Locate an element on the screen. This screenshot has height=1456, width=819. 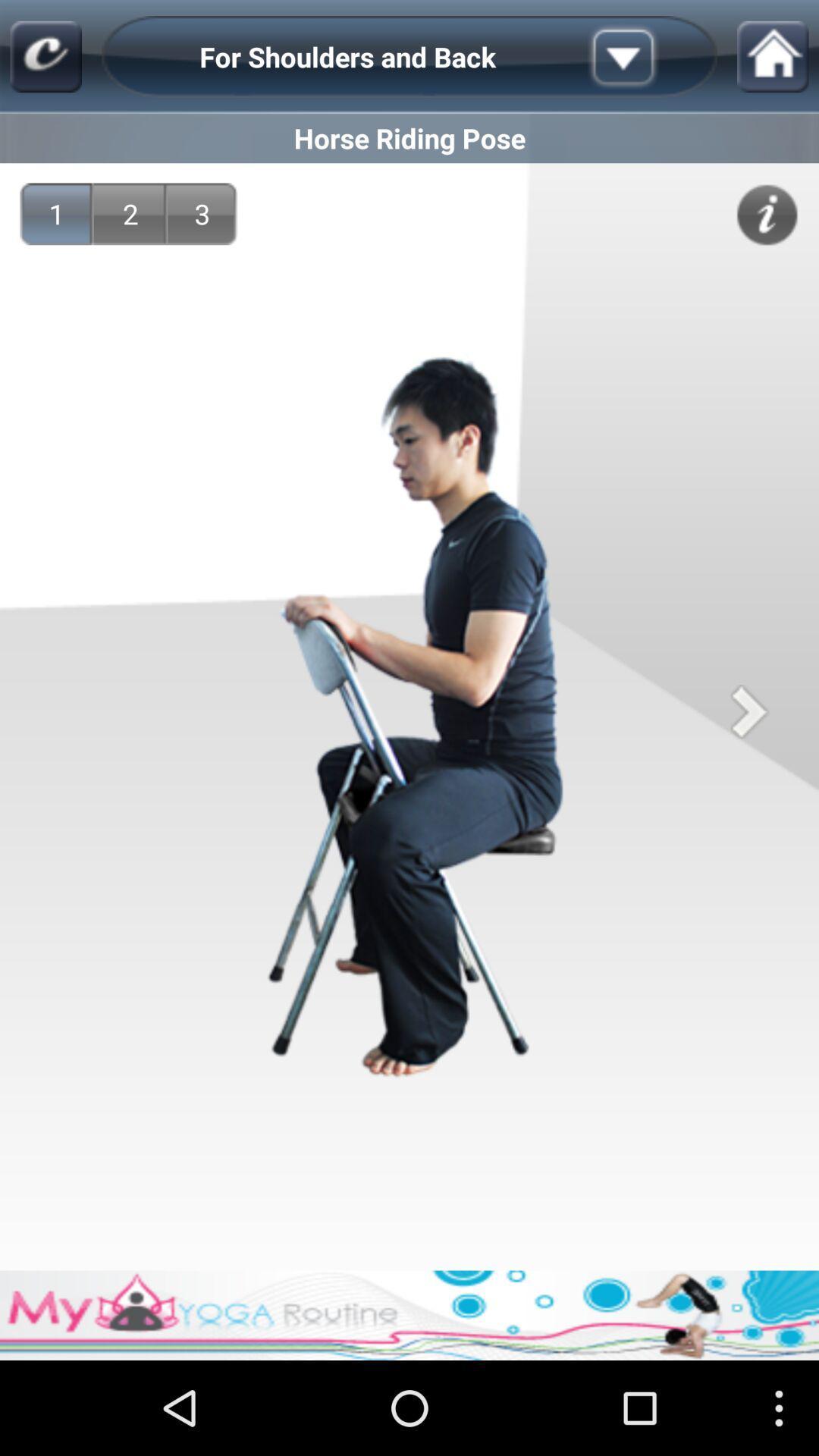
go home is located at coordinates (773, 57).